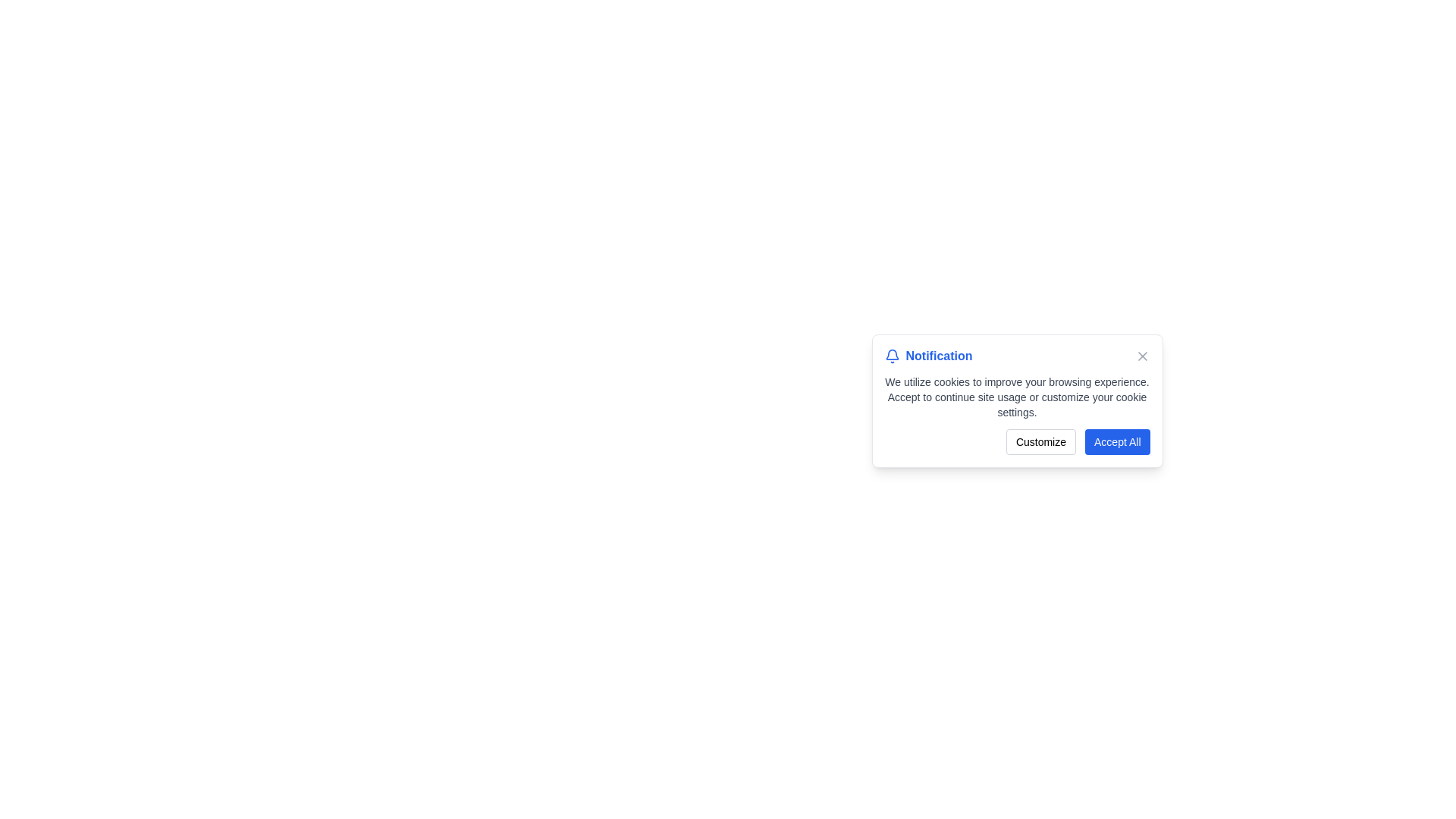 Image resolution: width=1456 pixels, height=819 pixels. What do you see at coordinates (1142, 356) in the screenshot?
I see `the close icon located at the top-right corner of the notification modal` at bounding box center [1142, 356].